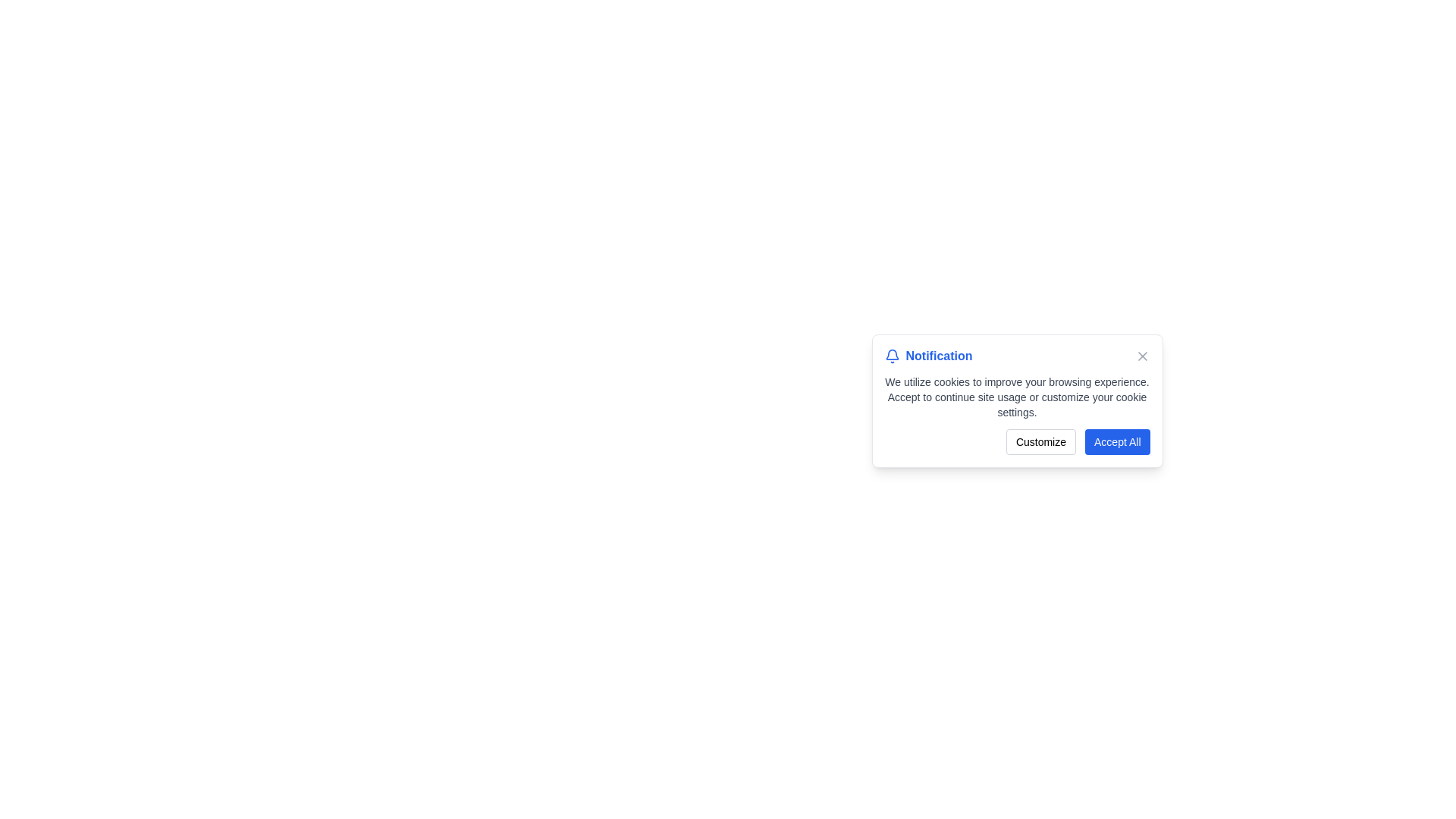 Image resolution: width=1456 pixels, height=819 pixels. What do you see at coordinates (1142, 356) in the screenshot?
I see `the close icon located at the top-right corner of the notification modal` at bounding box center [1142, 356].